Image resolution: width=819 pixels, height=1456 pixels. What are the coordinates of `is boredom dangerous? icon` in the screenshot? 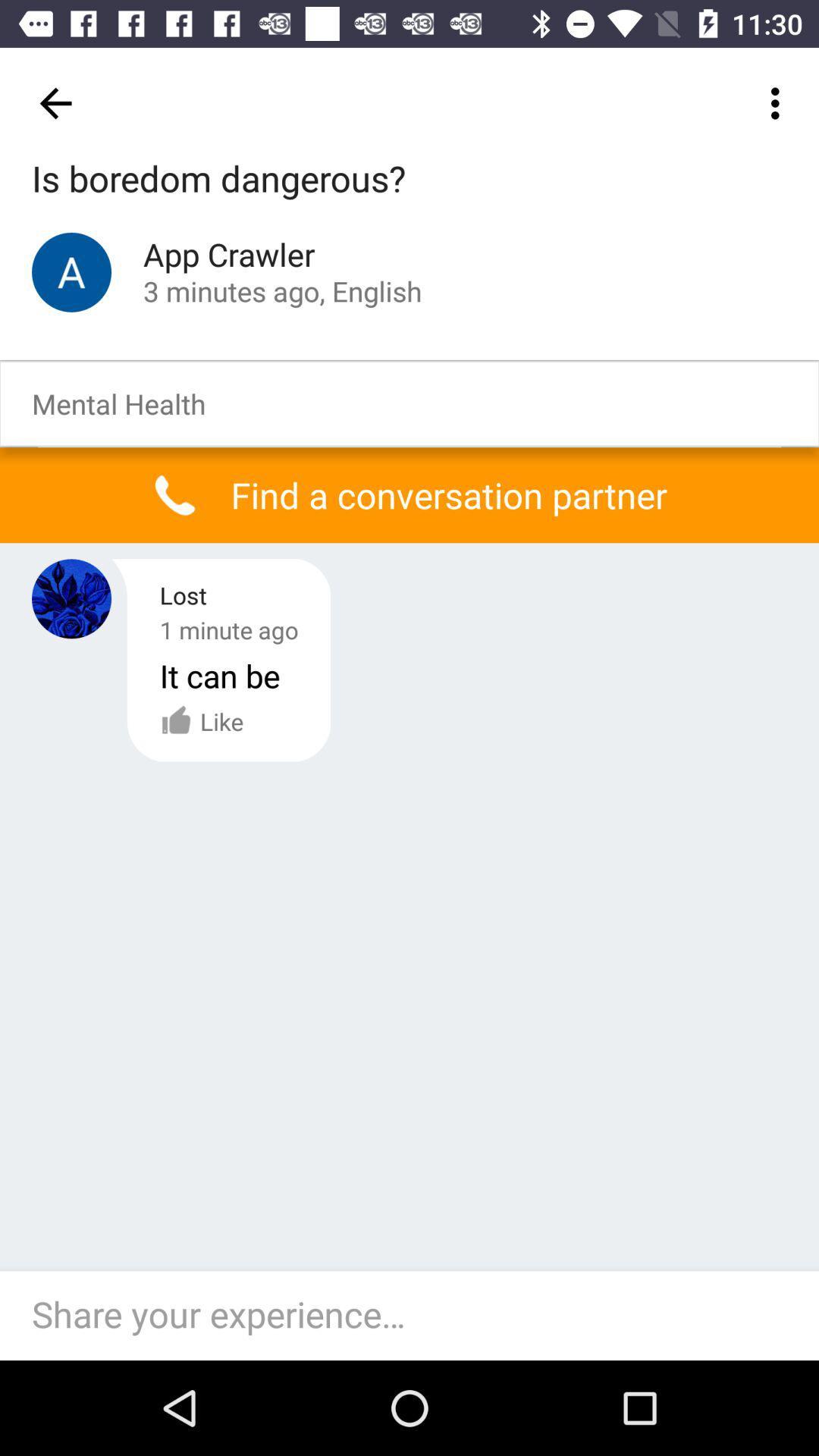 It's located at (218, 180).